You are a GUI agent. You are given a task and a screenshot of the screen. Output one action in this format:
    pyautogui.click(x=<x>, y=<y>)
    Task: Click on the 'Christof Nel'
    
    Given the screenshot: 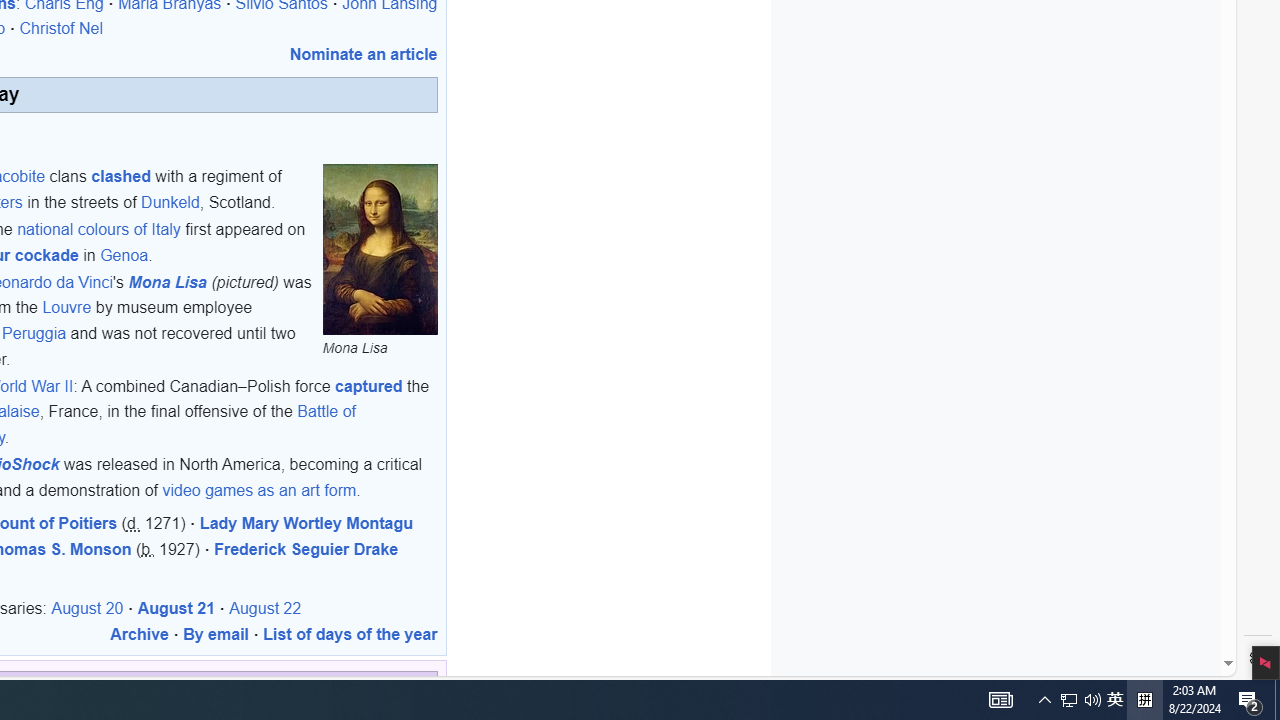 What is the action you would take?
    pyautogui.click(x=61, y=29)
    